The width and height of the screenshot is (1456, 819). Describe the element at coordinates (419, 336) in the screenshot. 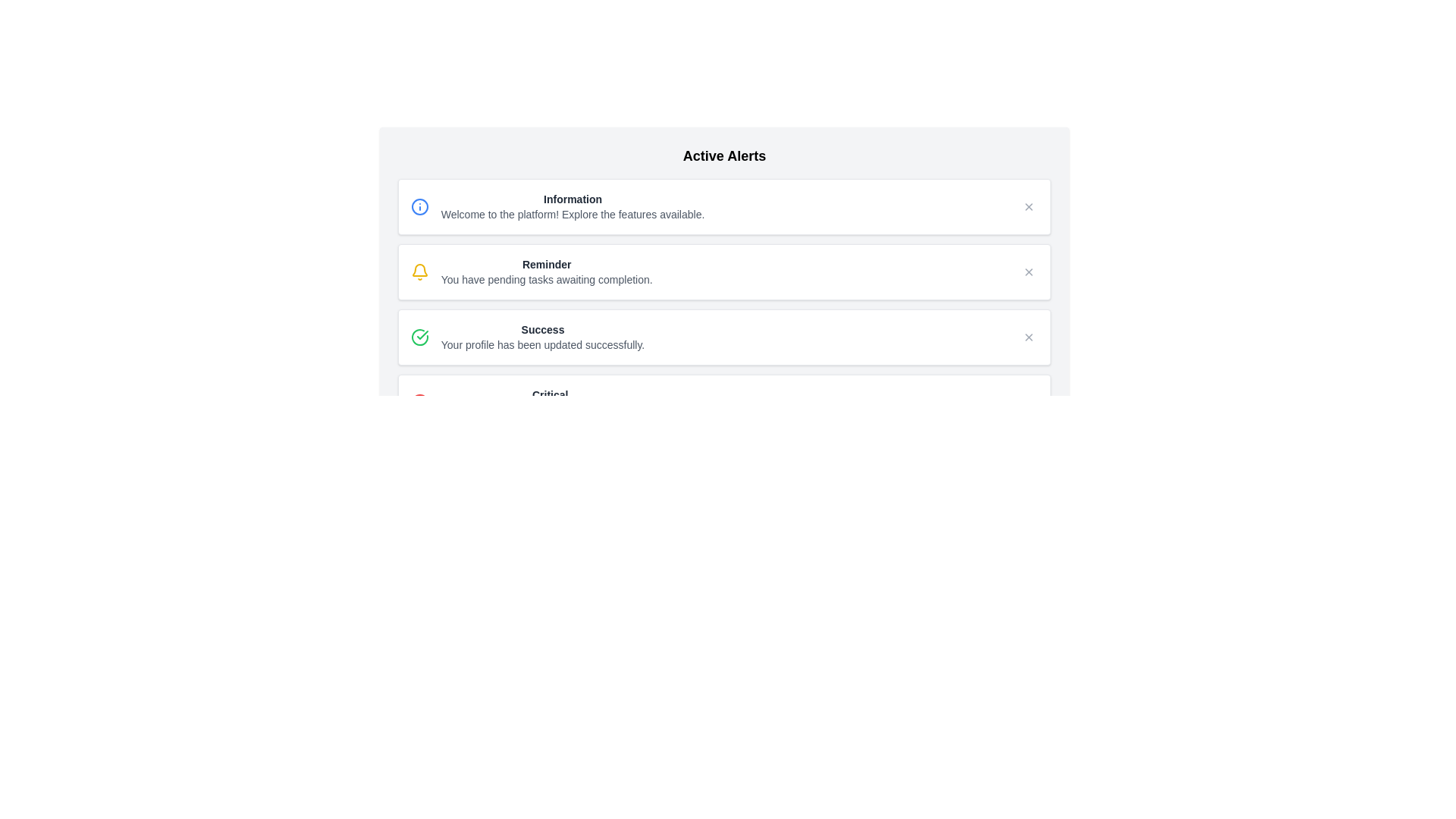

I see `the green circular icon with a checkmark, which represents a confirmation notification in the third alert message titled 'Success'` at that location.